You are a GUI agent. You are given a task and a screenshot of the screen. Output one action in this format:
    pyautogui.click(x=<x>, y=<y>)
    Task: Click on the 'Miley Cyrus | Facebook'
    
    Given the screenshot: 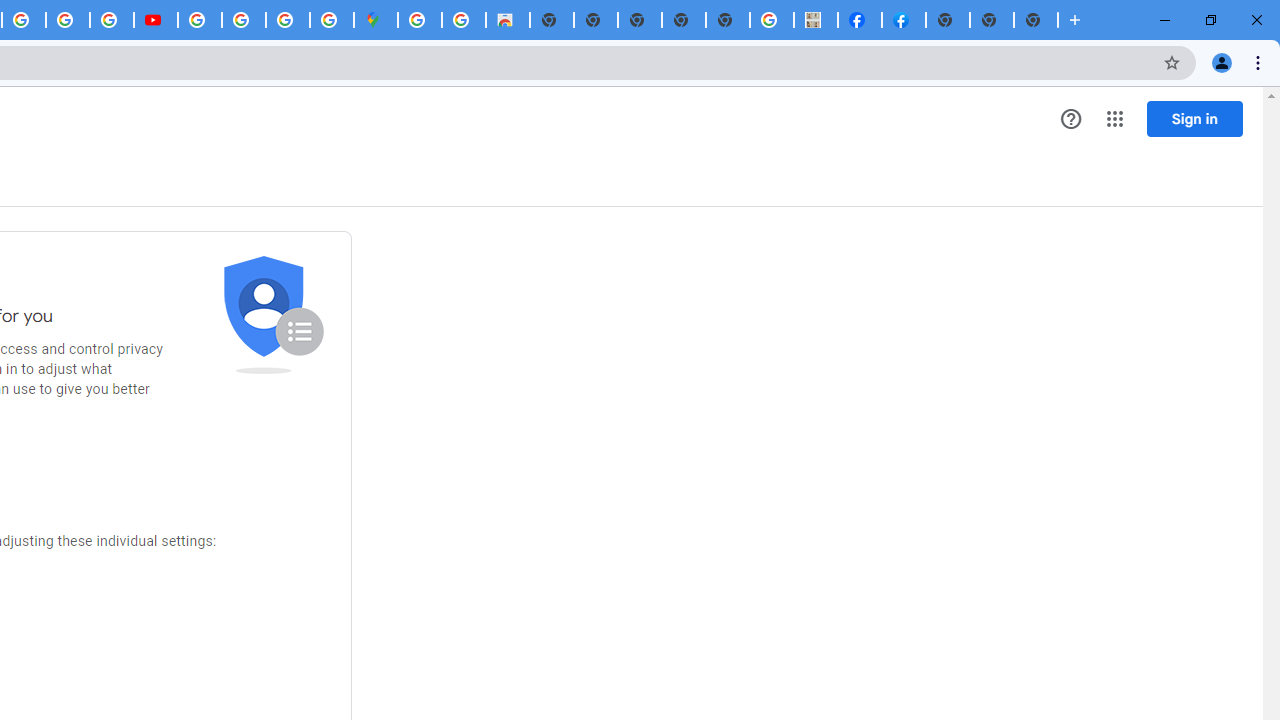 What is the action you would take?
    pyautogui.click(x=860, y=20)
    